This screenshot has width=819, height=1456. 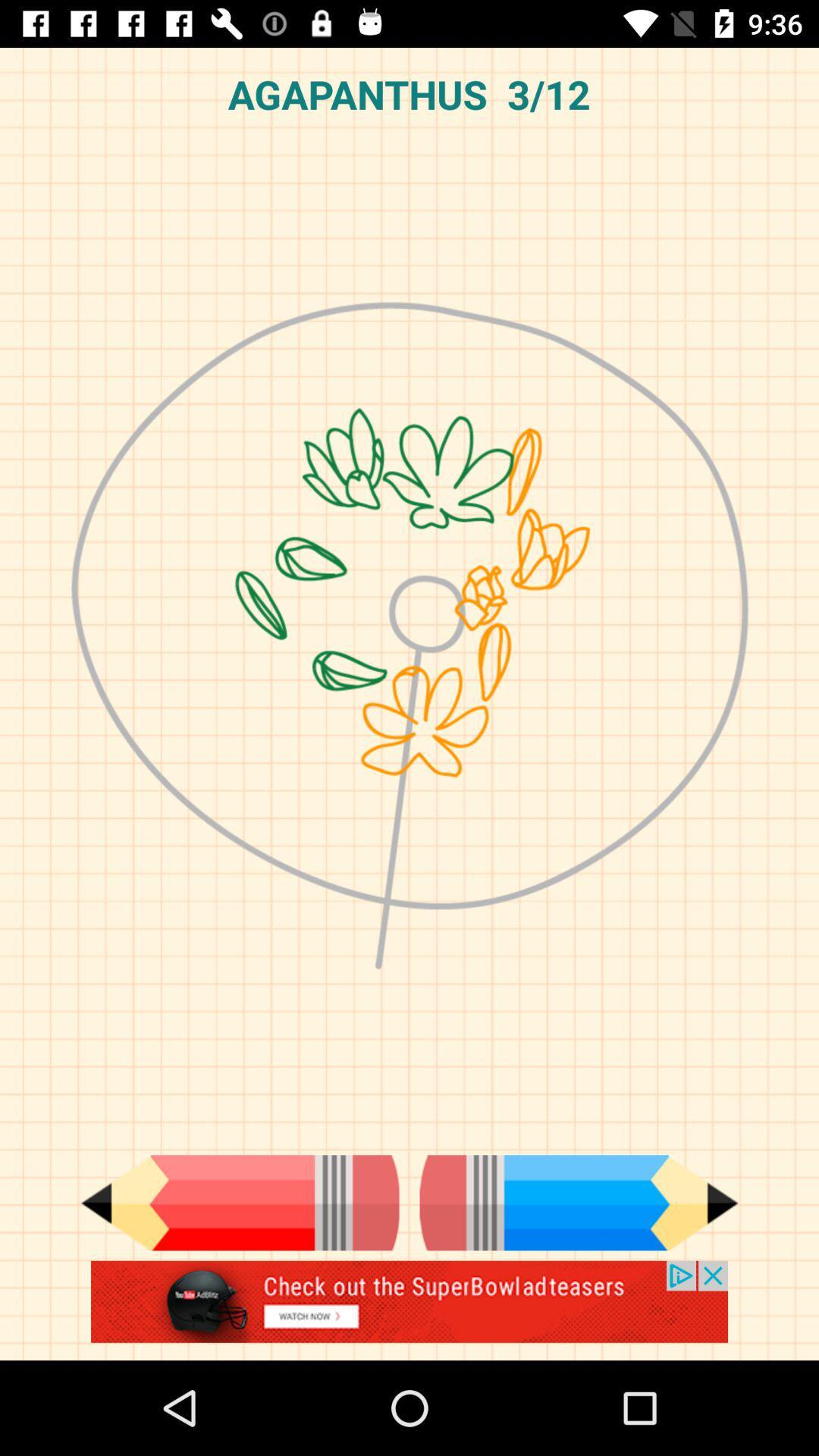 What do you see at coordinates (579, 1202) in the screenshot?
I see `next page button` at bounding box center [579, 1202].